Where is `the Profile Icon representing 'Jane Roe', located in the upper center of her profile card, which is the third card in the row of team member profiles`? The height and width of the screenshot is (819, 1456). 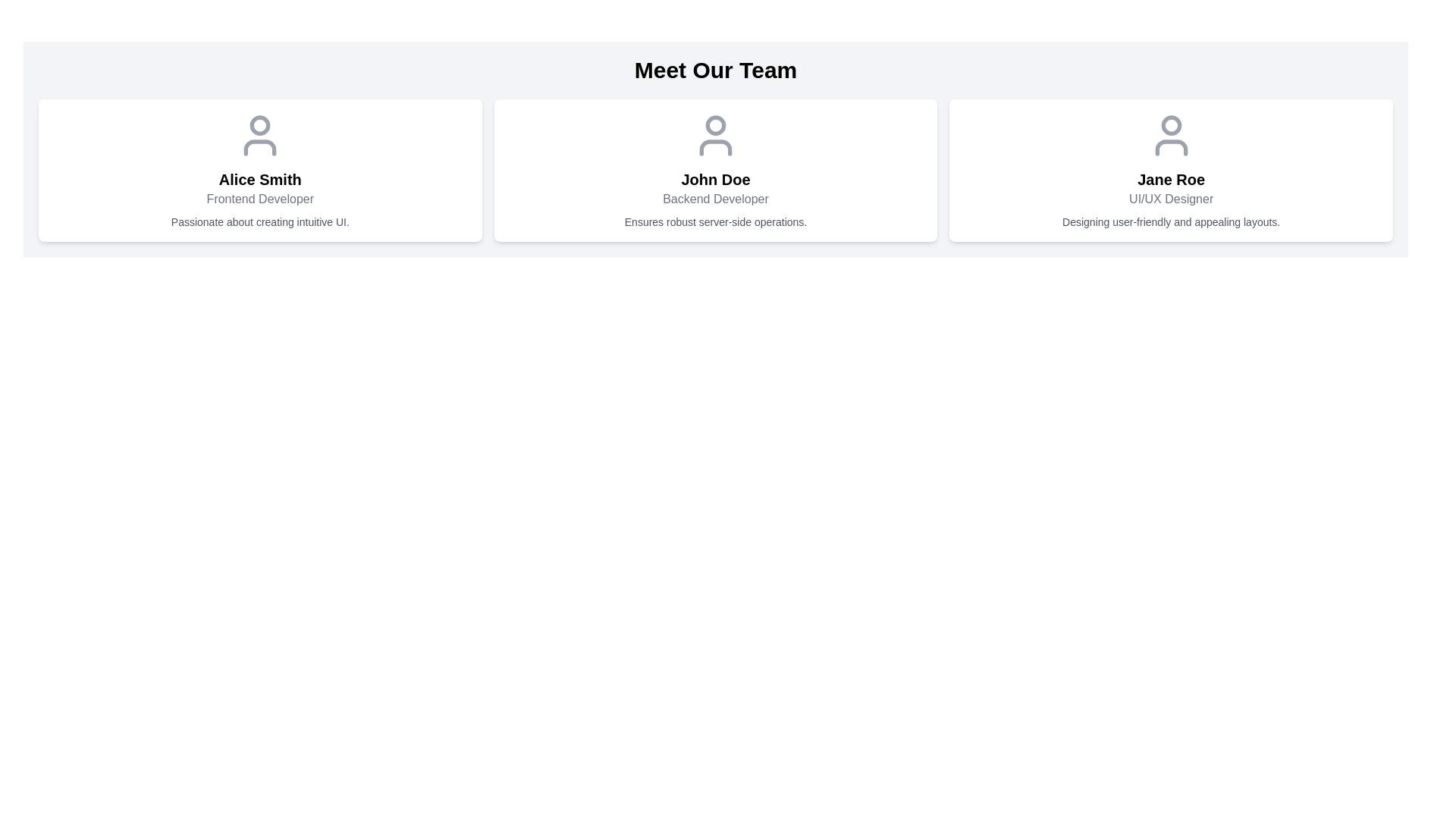
the Profile Icon representing 'Jane Roe', located in the upper center of her profile card, which is the third card in the row of team member profiles is located at coordinates (1170, 134).